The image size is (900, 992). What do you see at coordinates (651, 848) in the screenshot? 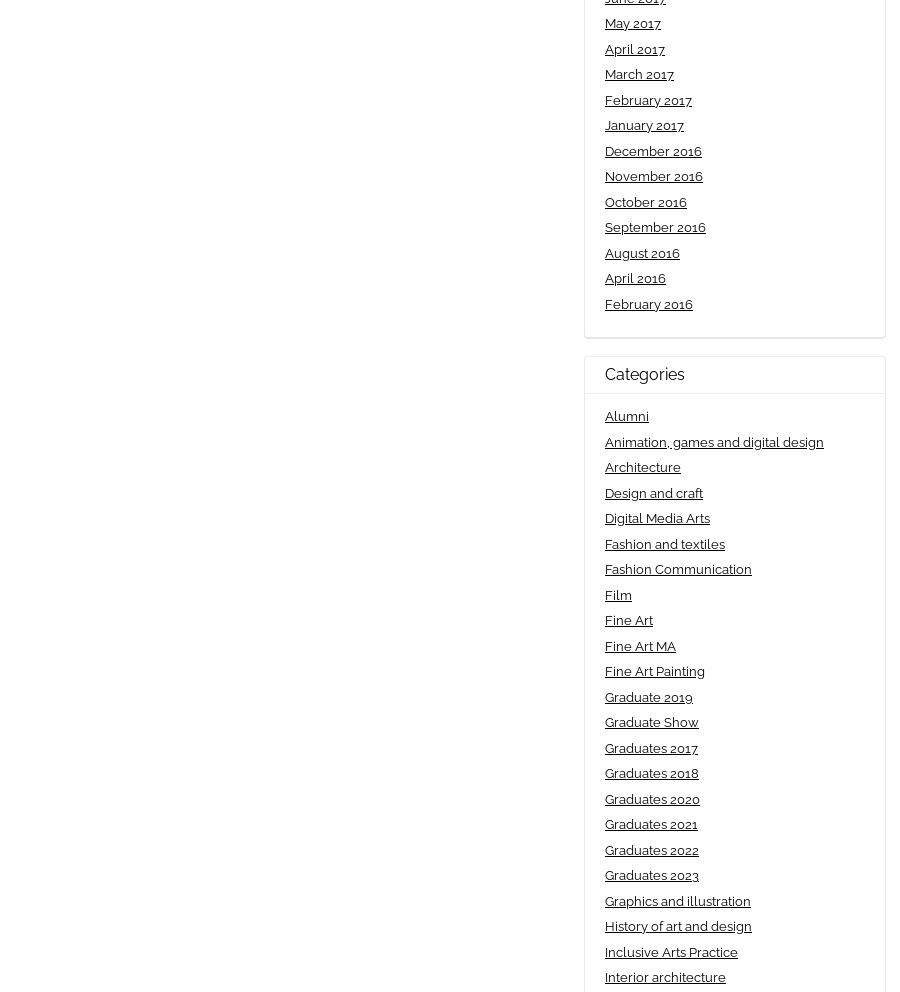
I see `'Graduates 2022'` at bounding box center [651, 848].